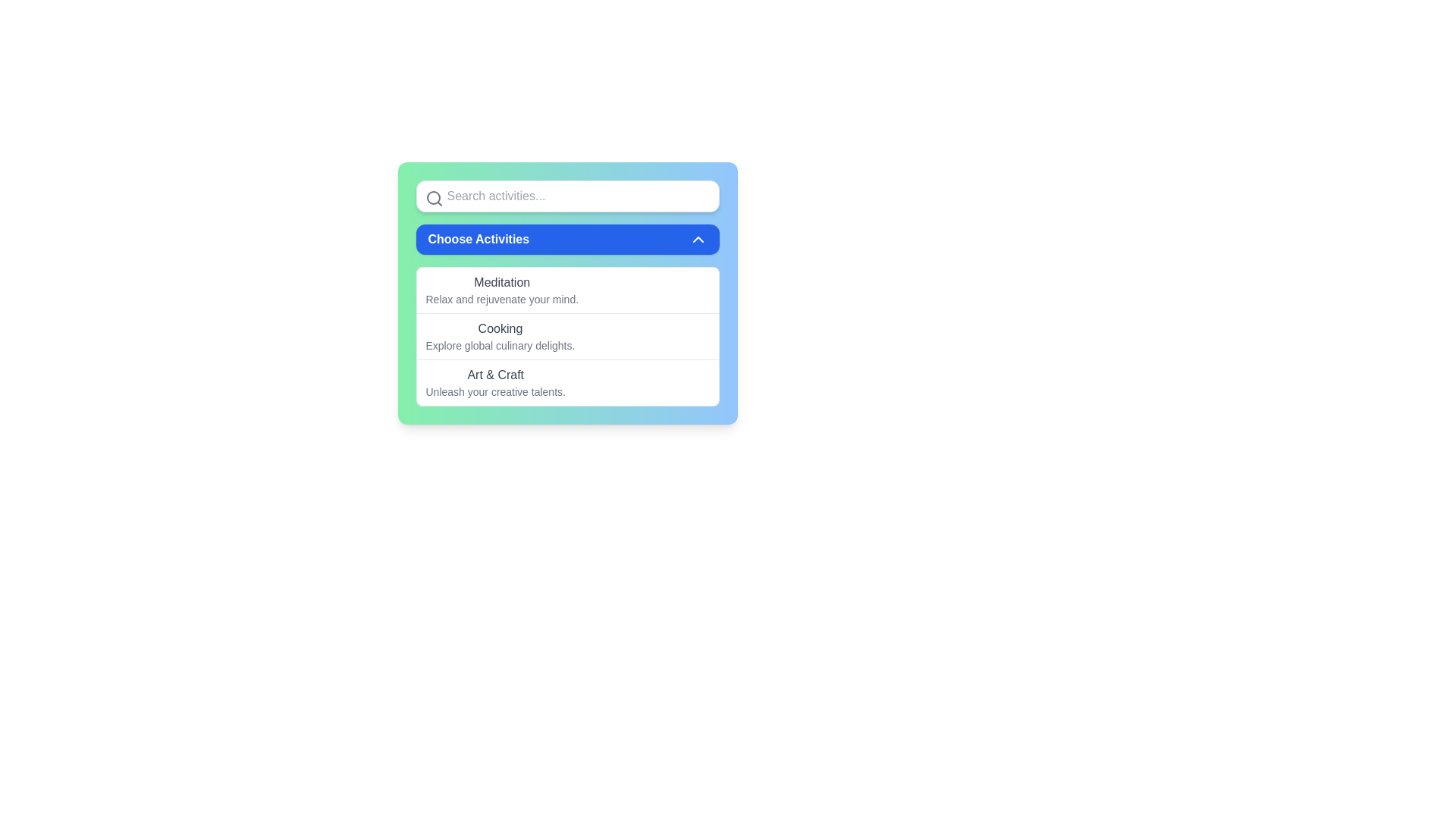 The image size is (1456, 819). What do you see at coordinates (566, 239) in the screenshot?
I see `the blue rectangular button labeled 'Choose Activities' located below the search field` at bounding box center [566, 239].